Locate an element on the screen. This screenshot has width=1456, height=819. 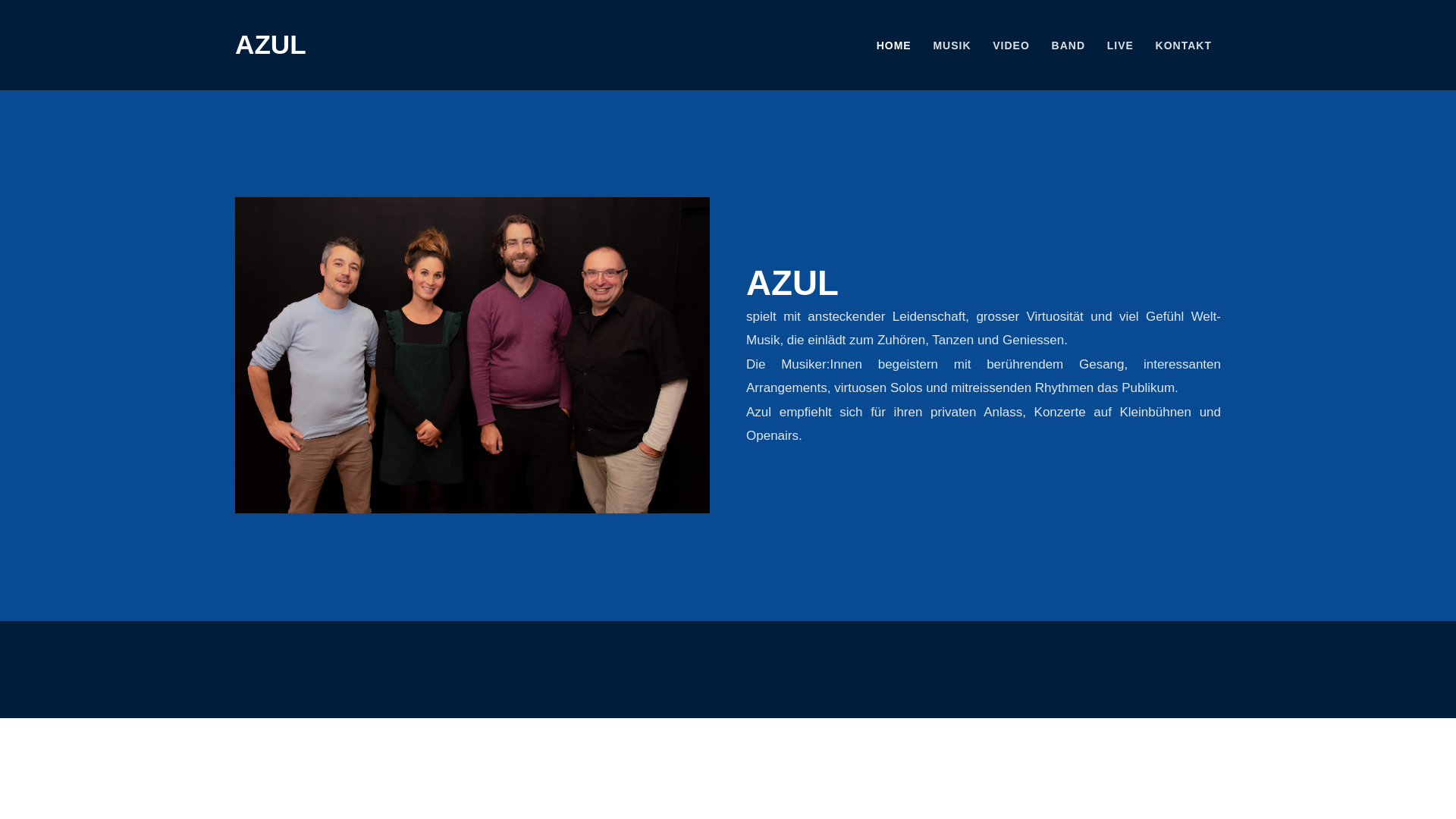
'MUSIK' is located at coordinates (950, 45).